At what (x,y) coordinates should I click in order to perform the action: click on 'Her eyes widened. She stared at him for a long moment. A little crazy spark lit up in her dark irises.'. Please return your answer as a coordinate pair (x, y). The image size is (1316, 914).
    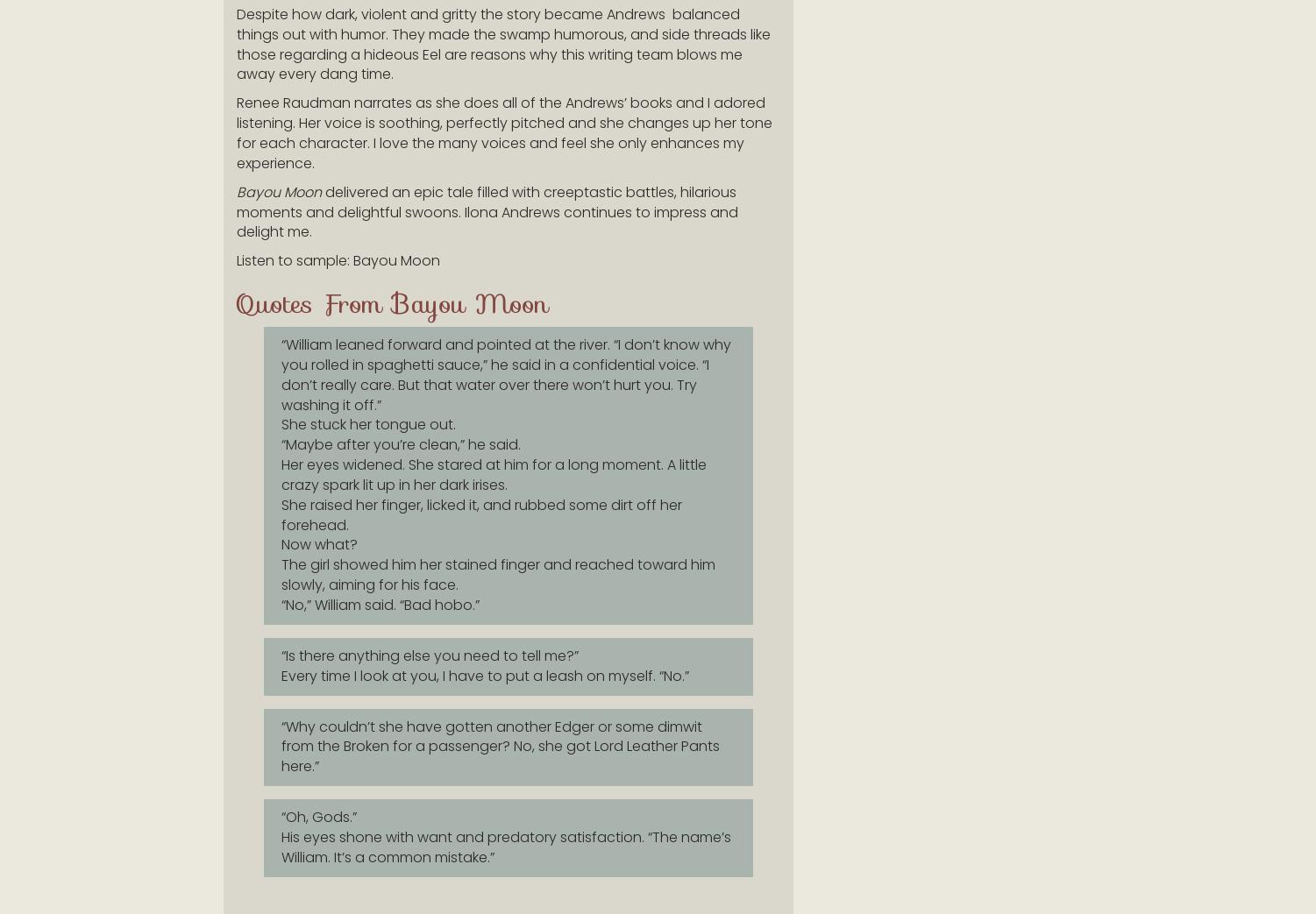
    Looking at the image, I should click on (494, 474).